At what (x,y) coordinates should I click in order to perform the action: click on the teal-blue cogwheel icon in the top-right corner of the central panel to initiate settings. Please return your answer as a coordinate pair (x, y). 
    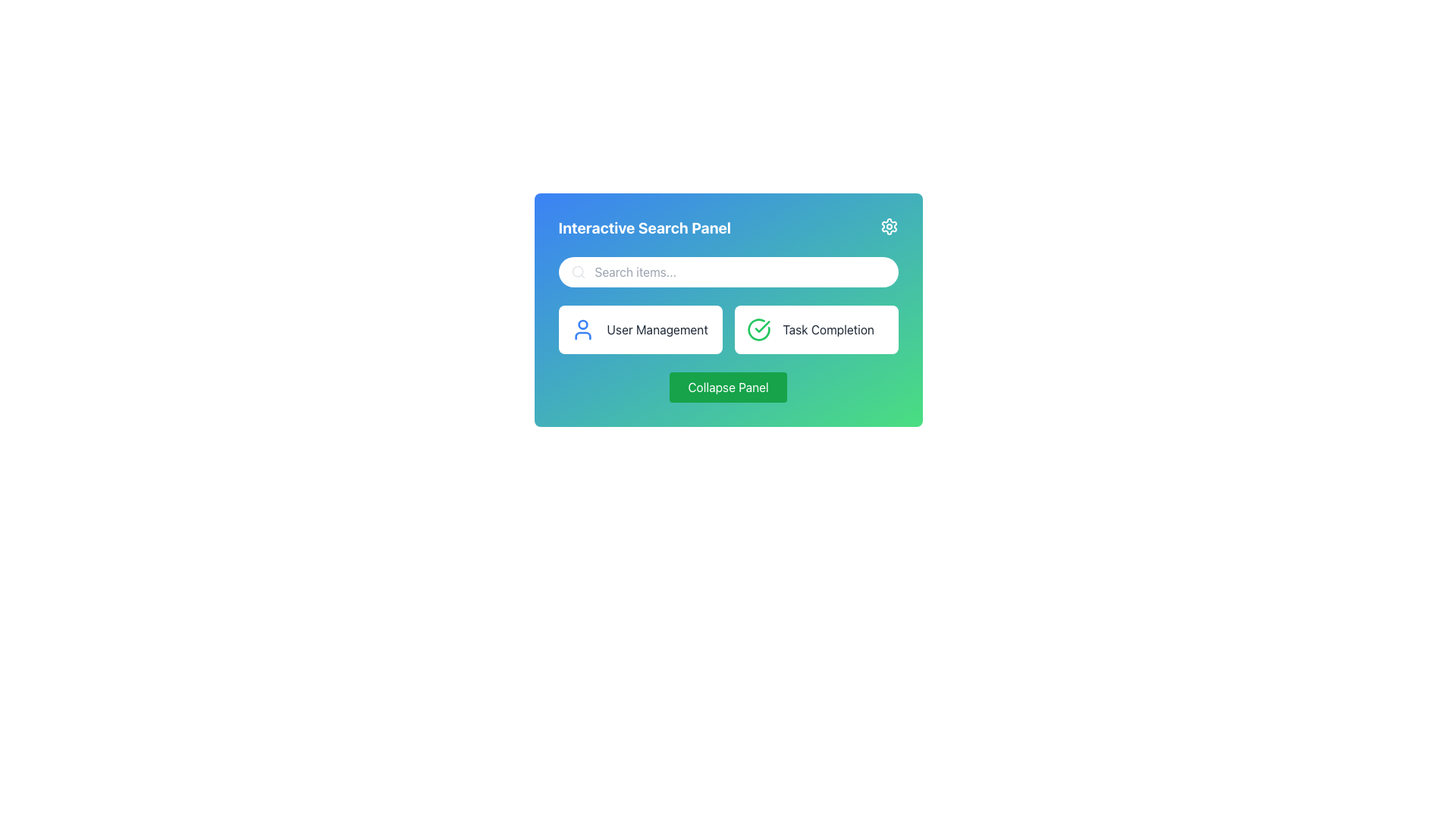
    Looking at the image, I should click on (889, 227).